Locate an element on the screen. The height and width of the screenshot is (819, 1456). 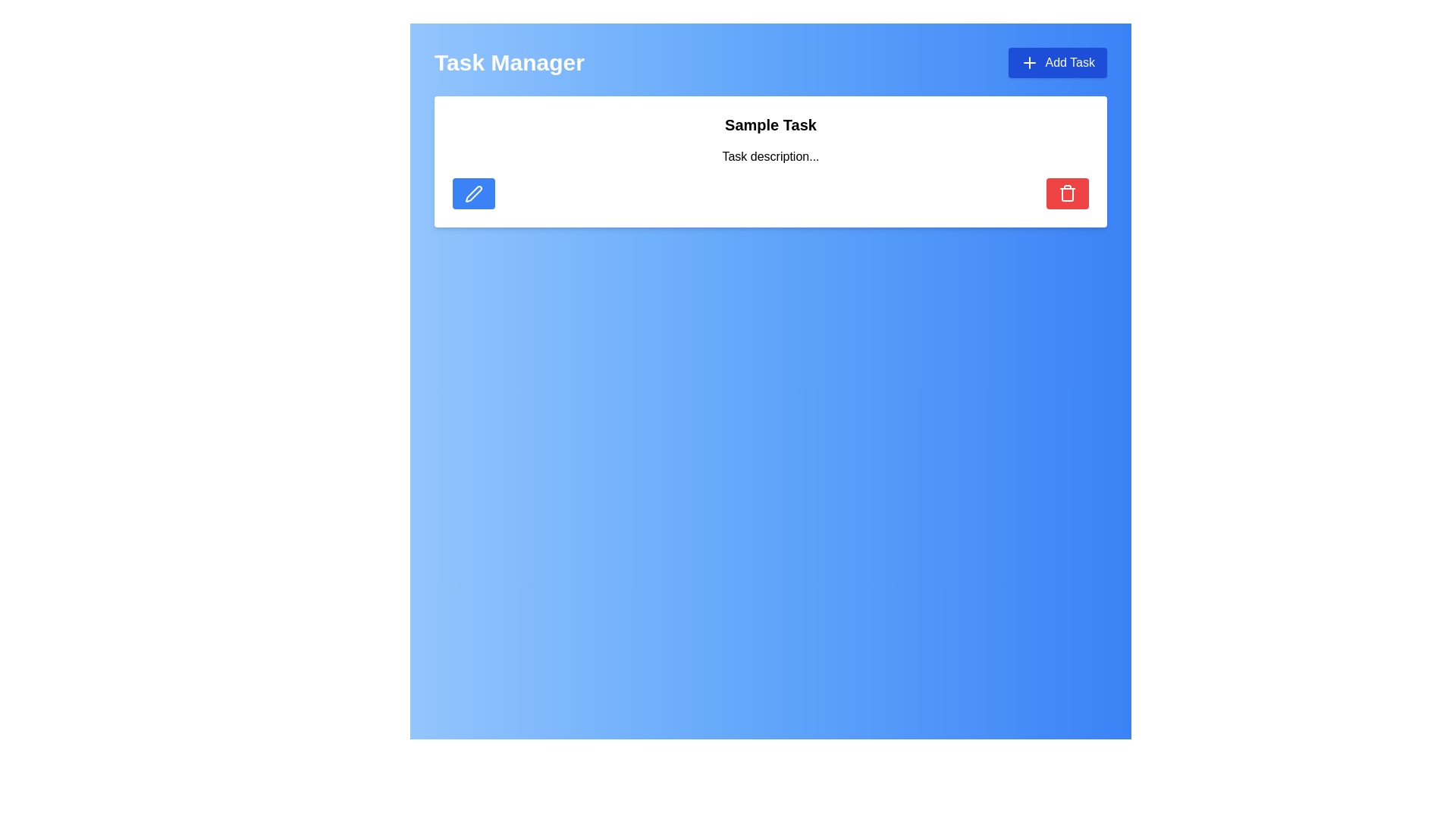
the delete icon located within the red button on the right side of the white task card is located at coordinates (1066, 192).